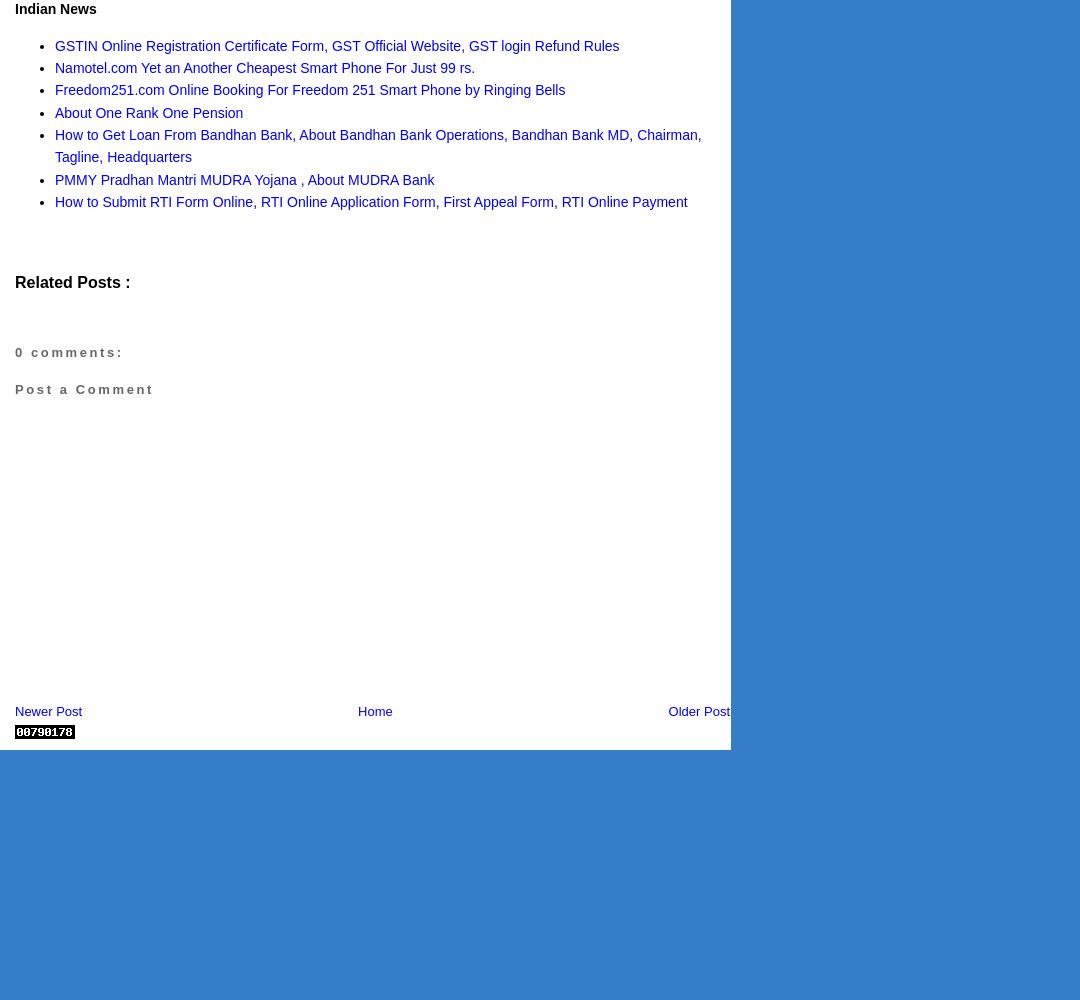 Image resolution: width=1080 pixels, height=1000 pixels. What do you see at coordinates (243, 179) in the screenshot?
I see `'PMMY Pradhan Mantri MUDRA Yojana , About MUDRA Bank'` at bounding box center [243, 179].